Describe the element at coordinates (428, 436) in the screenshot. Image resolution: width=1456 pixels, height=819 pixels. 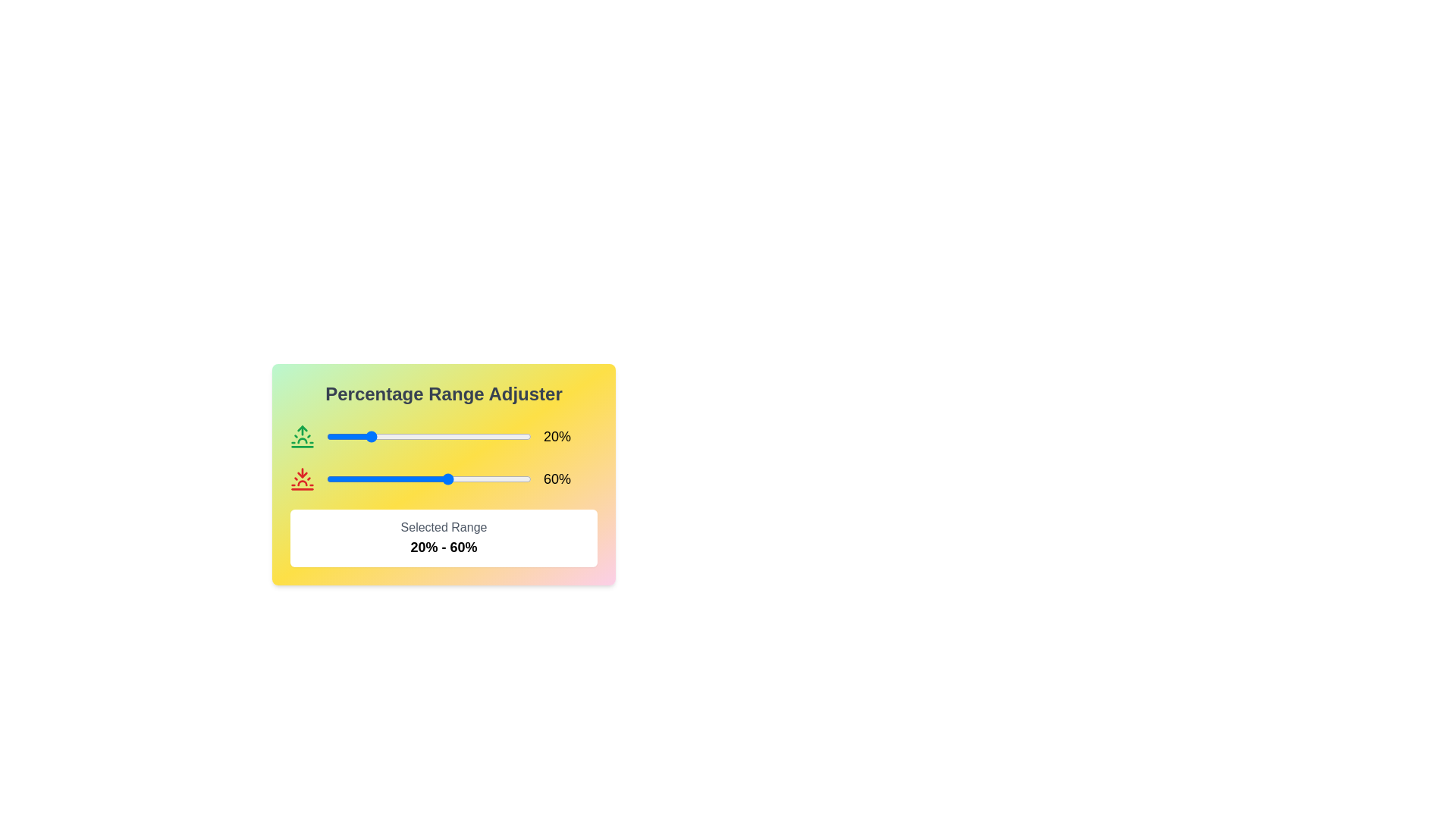
I see `the horizontal range slider in the 'Percentage Range Adjuster' panel to potentially view tooltips, specifically the slider with a blue circle-shaped handle at 20% and a percentage label '20%' to its right` at that location.